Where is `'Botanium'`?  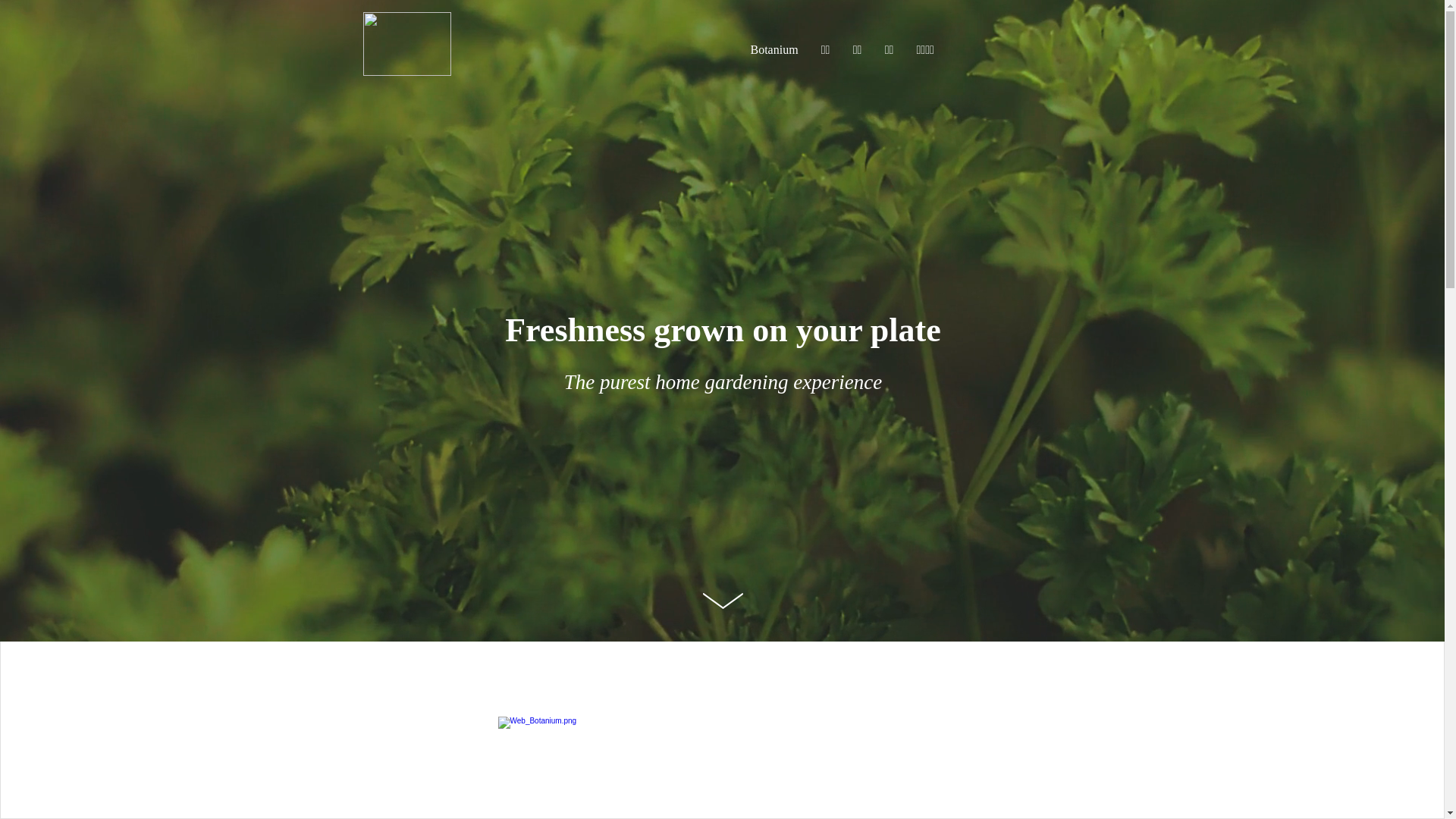
'Botanium' is located at coordinates (773, 49).